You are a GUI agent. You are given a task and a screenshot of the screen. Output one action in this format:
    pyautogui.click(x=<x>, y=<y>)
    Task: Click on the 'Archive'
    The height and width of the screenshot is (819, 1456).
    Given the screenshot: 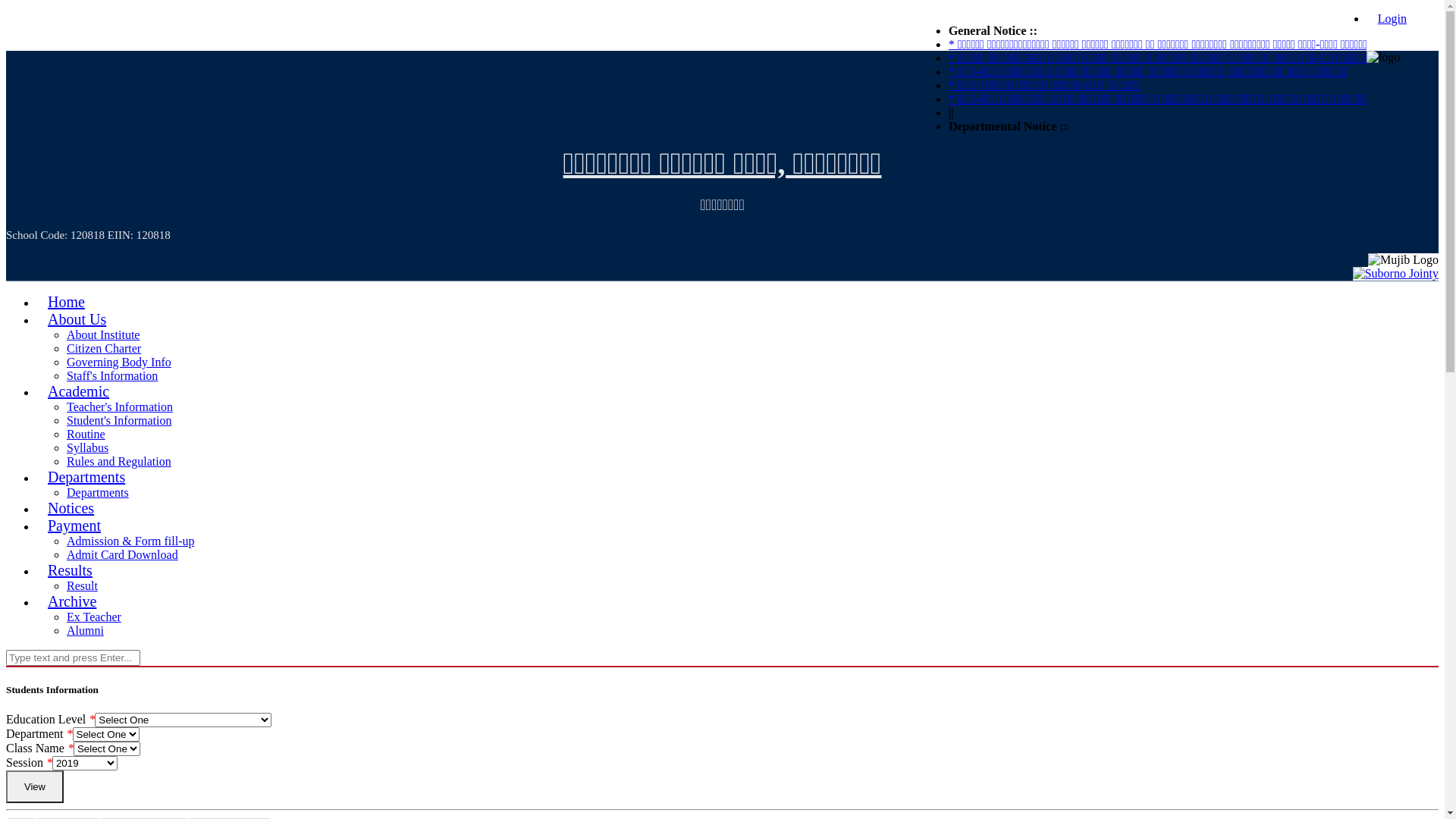 What is the action you would take?
    pyautogui.click(x=71, y=601)
    